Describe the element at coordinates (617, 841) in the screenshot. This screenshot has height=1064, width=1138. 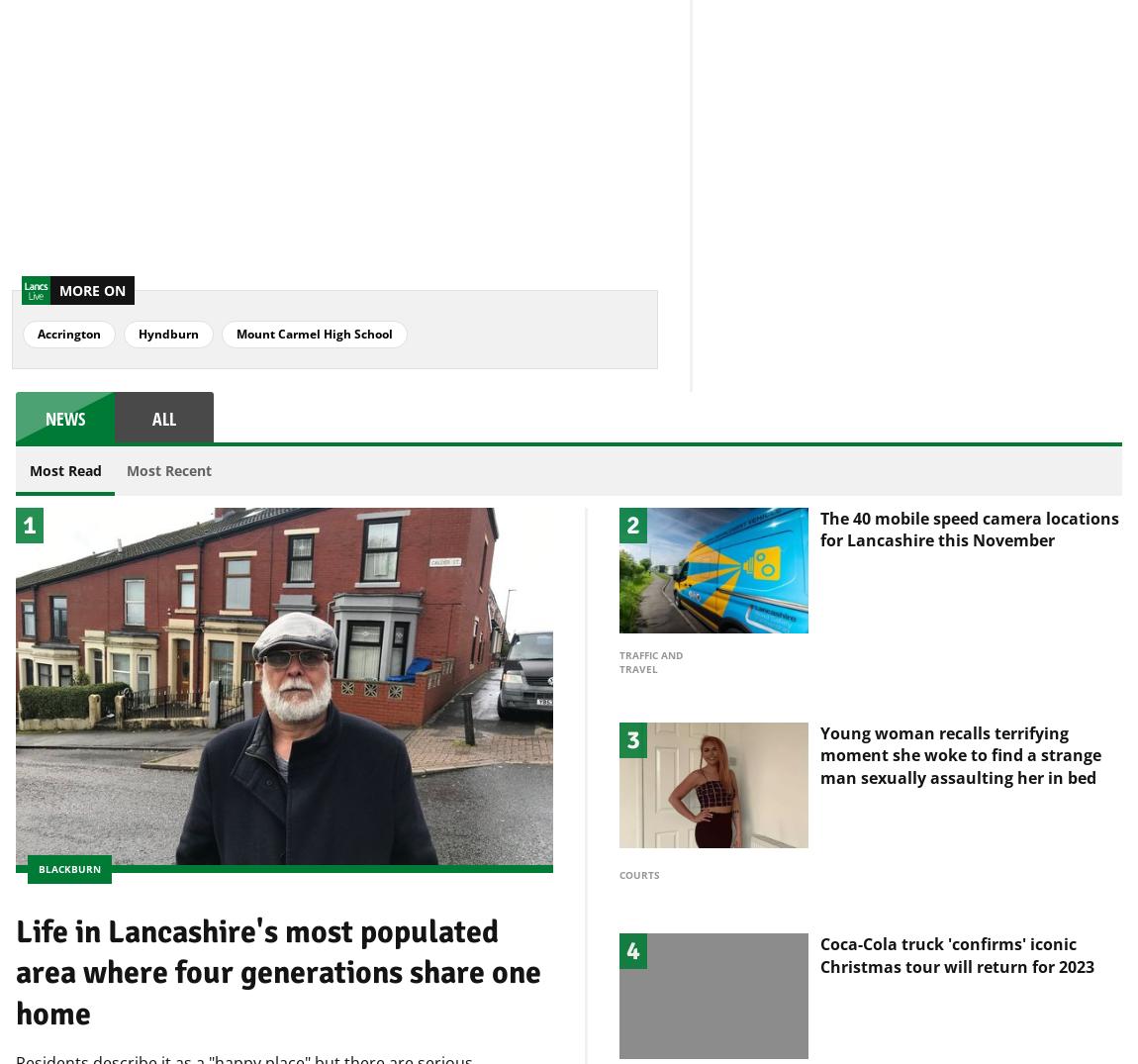
I see `'Courts'` at that location.